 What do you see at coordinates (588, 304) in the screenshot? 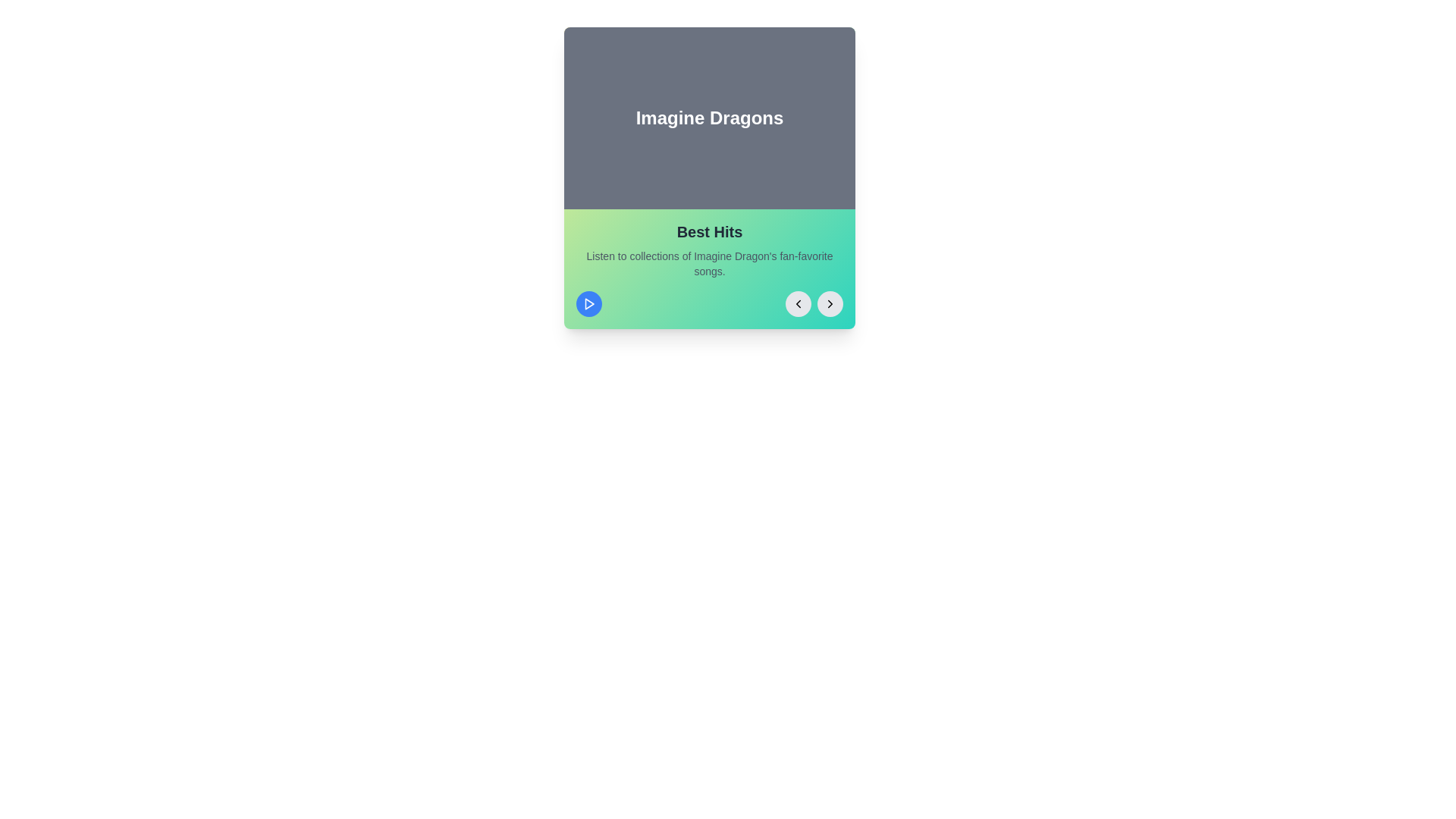
I see `the small triangular play button icon located inside the circular button at the bottom left corner of the 'Imagine Dragons' card` at bounding box center [588, 304].